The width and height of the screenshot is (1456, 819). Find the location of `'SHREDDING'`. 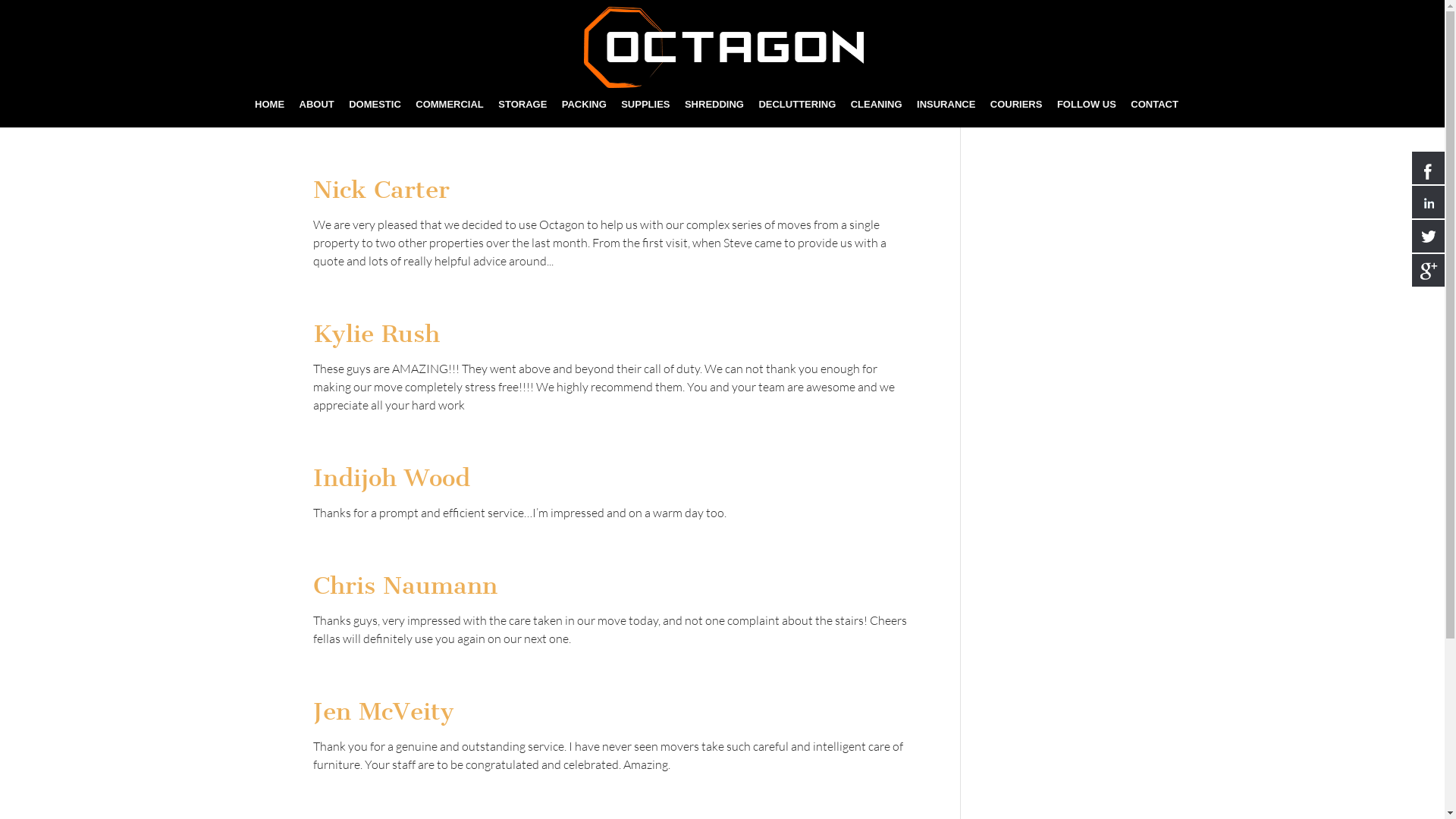

'SHREDDING' is located at coordinates (713, 112).